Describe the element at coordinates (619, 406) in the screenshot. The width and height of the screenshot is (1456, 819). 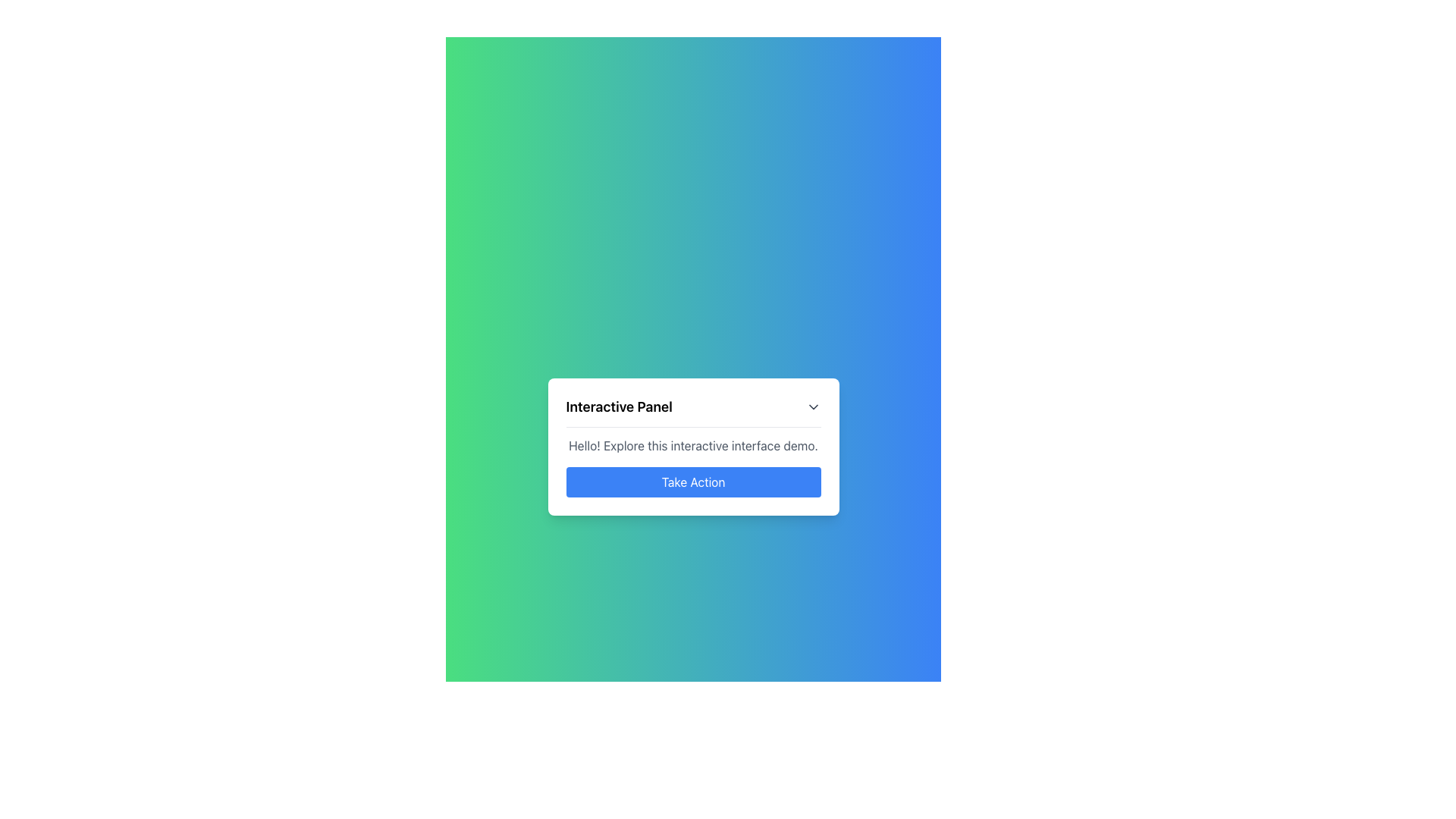
I see `the text label displaying 'Interactive Panel' which is styled with a bold font at the top-left section of a card-like panel` at that location.